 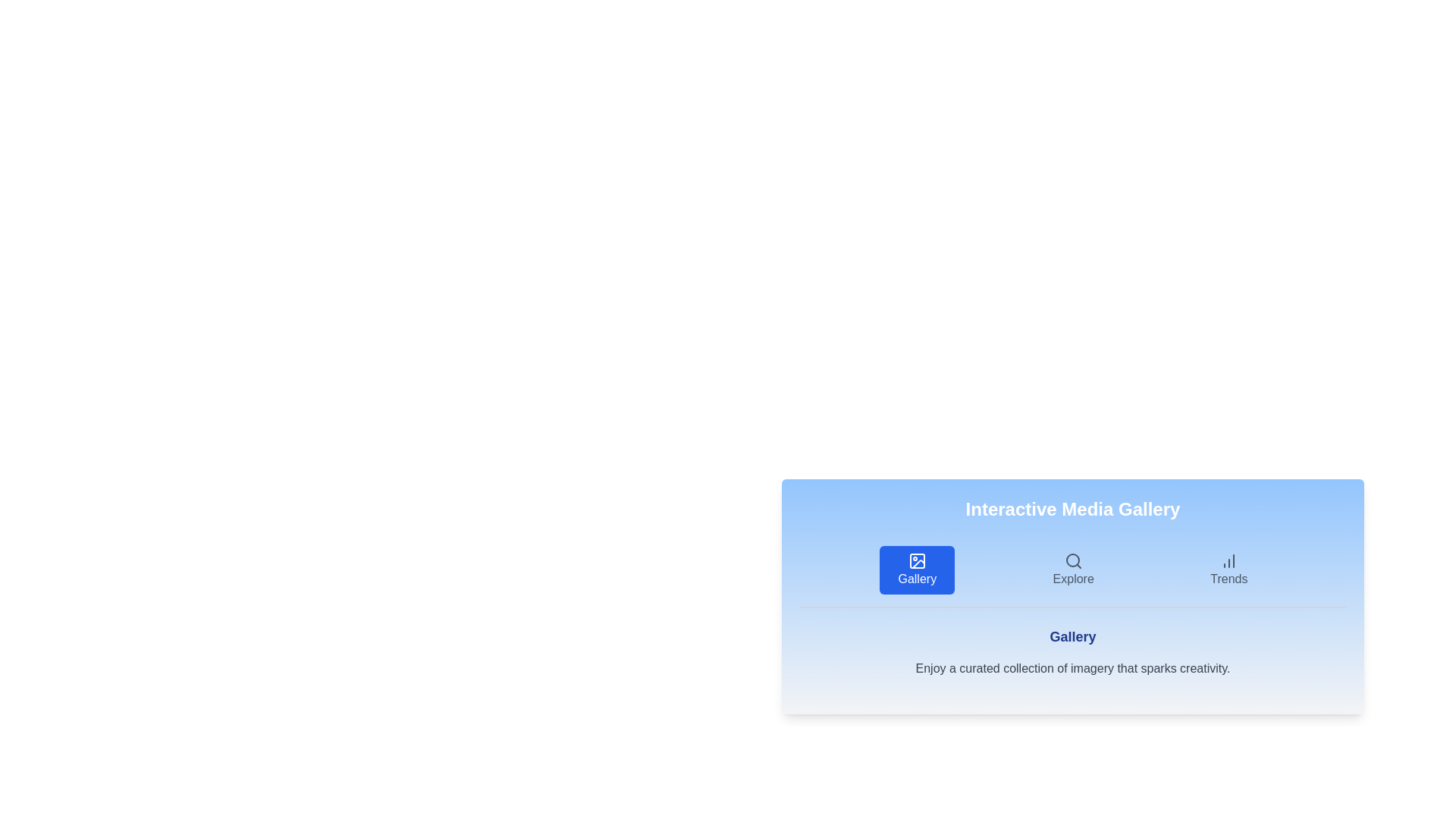 I want to click on the tab labeled Gallery to view its content, so click(x=916, y=570).